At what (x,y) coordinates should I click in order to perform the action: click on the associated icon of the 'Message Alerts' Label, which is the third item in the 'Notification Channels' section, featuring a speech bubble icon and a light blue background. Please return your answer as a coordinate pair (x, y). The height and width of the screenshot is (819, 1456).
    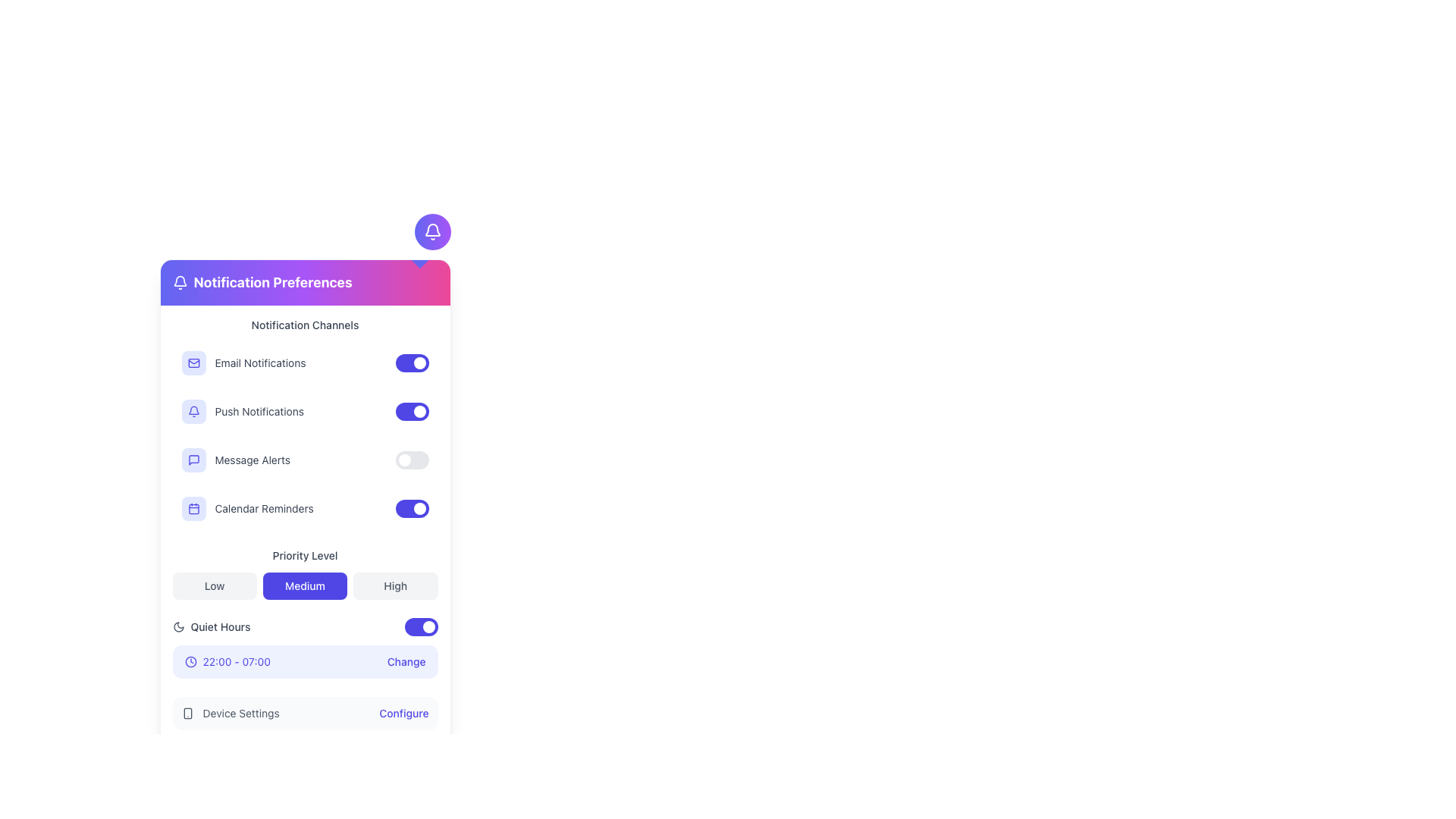
    Looking at the image, I should click on (235, 459).